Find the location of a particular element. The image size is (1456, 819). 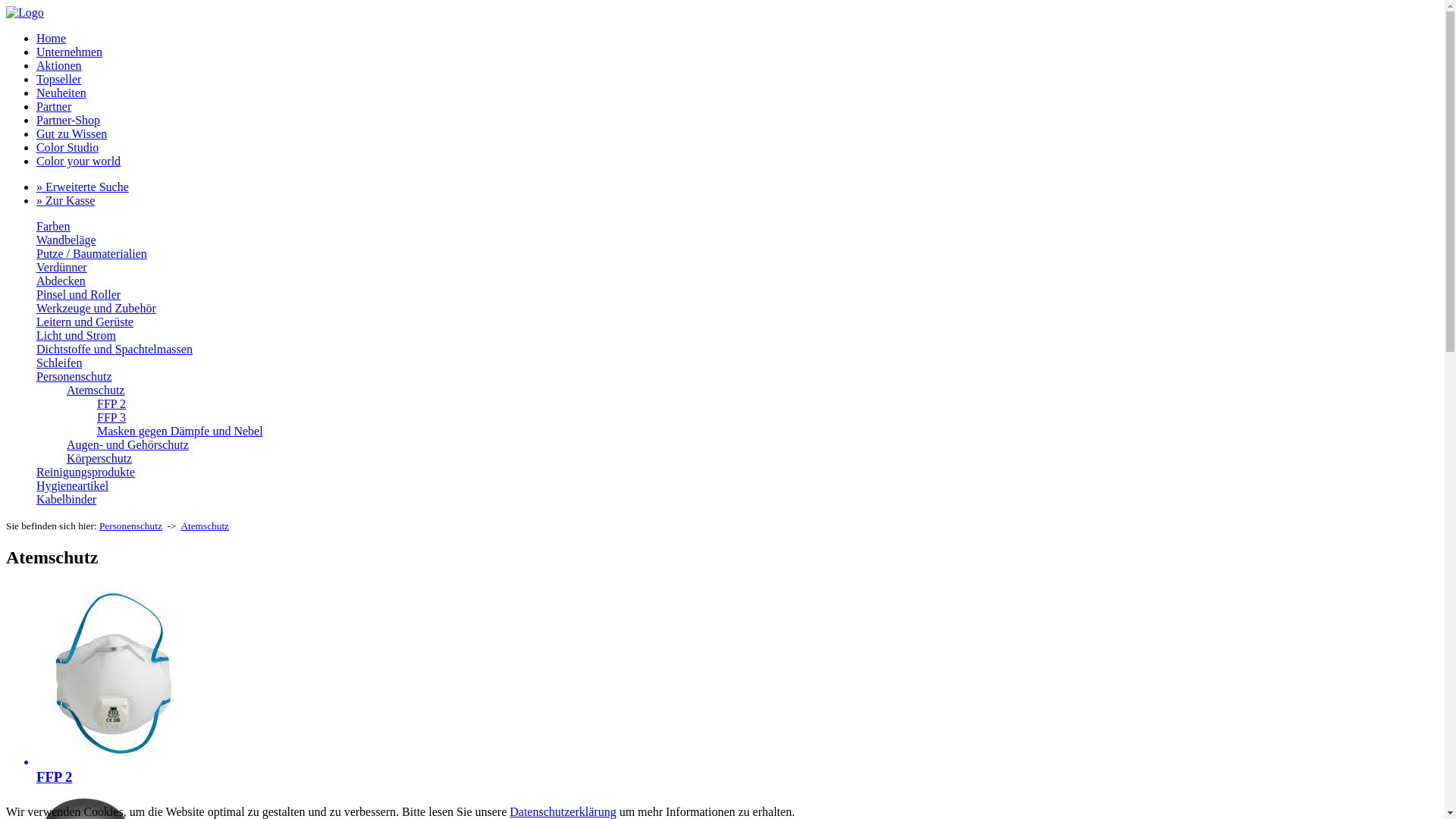

'Home' is located at coordinates (51, 37).